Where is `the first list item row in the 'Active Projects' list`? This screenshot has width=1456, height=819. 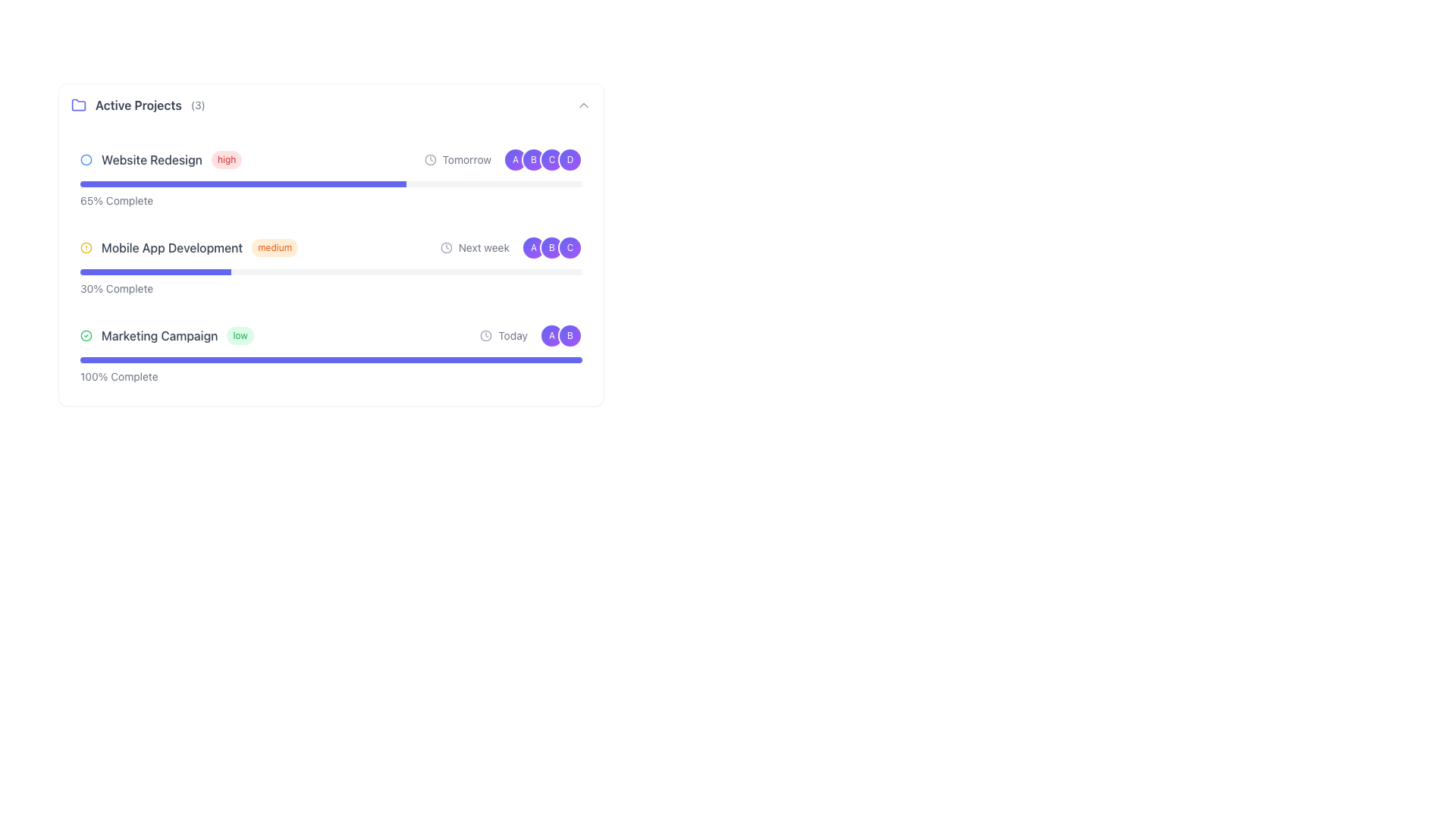 the first list item row in the 'Active Projects' list is located at coordinates (330, 160).